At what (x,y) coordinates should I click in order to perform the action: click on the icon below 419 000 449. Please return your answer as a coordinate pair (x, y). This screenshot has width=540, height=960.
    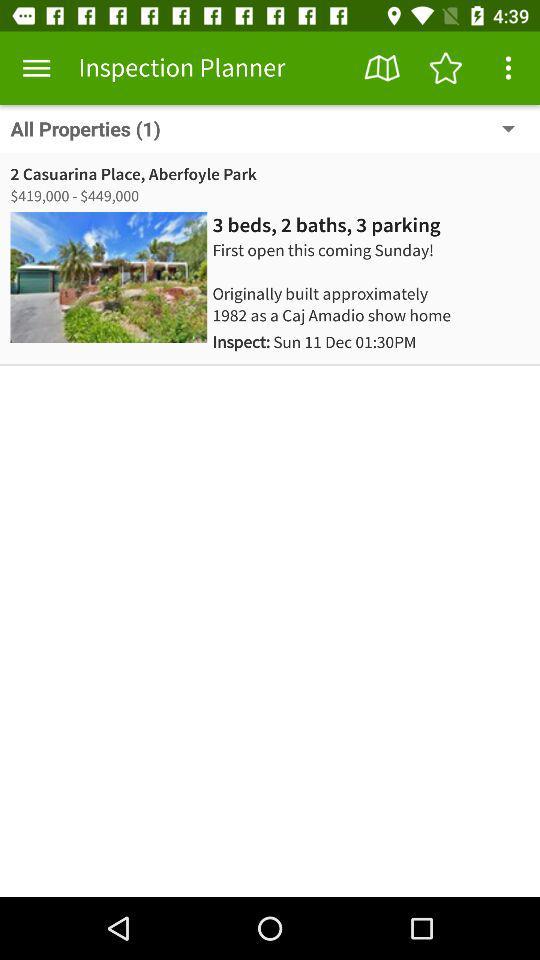
    Looking at the image, I should click on (108, 276).